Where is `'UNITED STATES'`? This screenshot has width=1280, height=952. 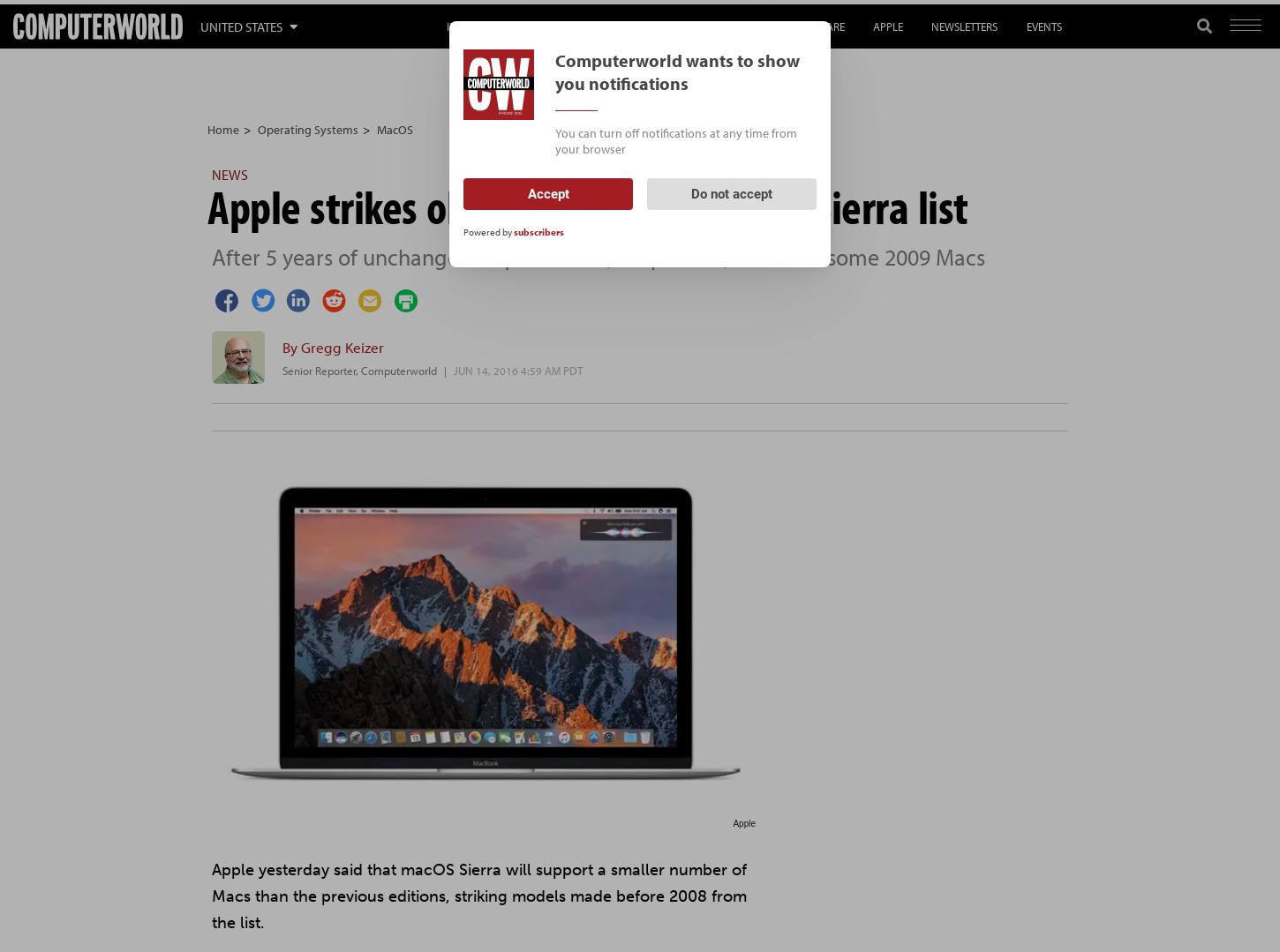 'UNITED STATES' is located at coordinates (200, 26).